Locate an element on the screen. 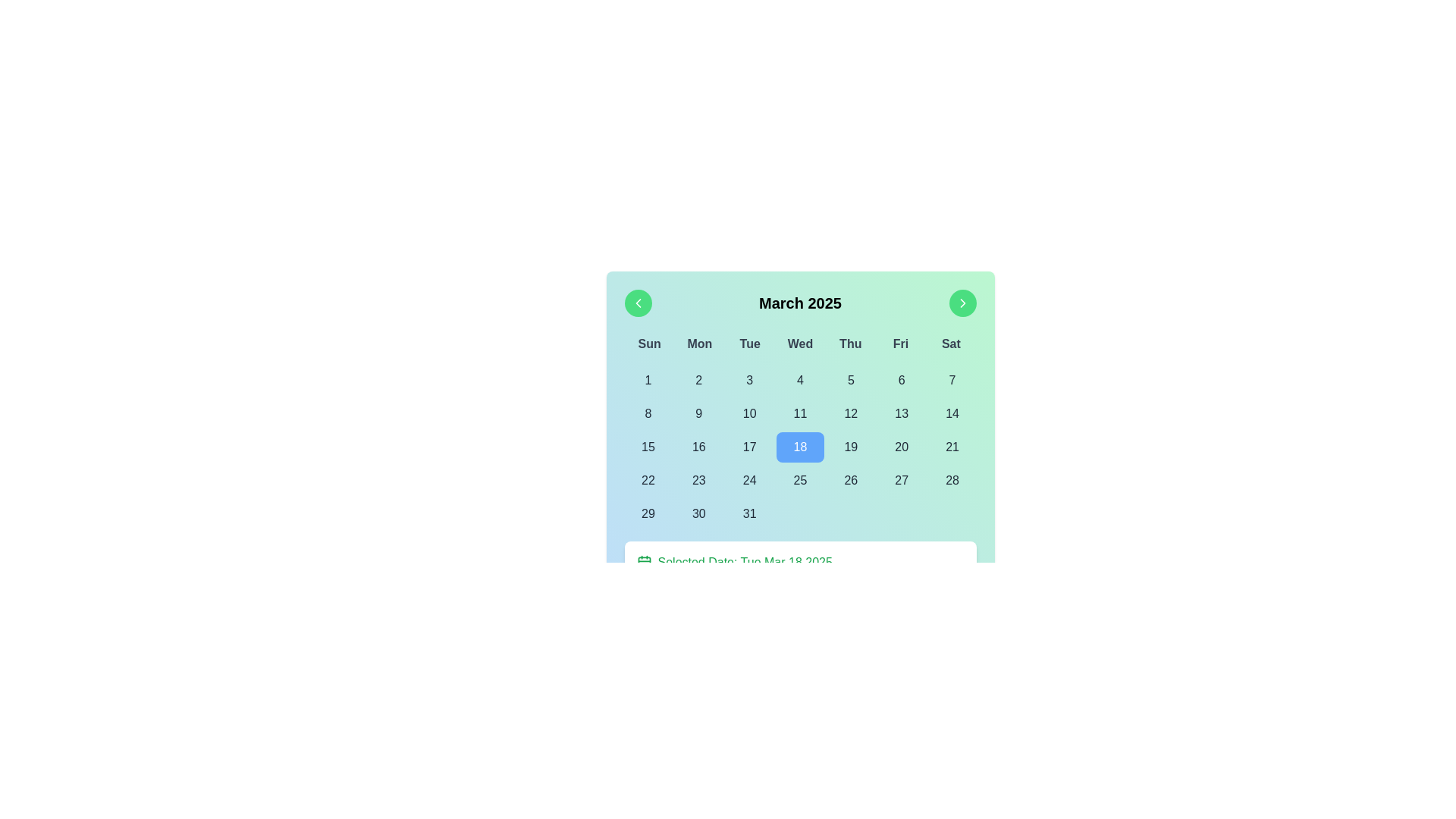 The height and width of the screenshot is (819, 1456). the button representing the date 6 in the calendar interface is located at coordinates (902, 379).